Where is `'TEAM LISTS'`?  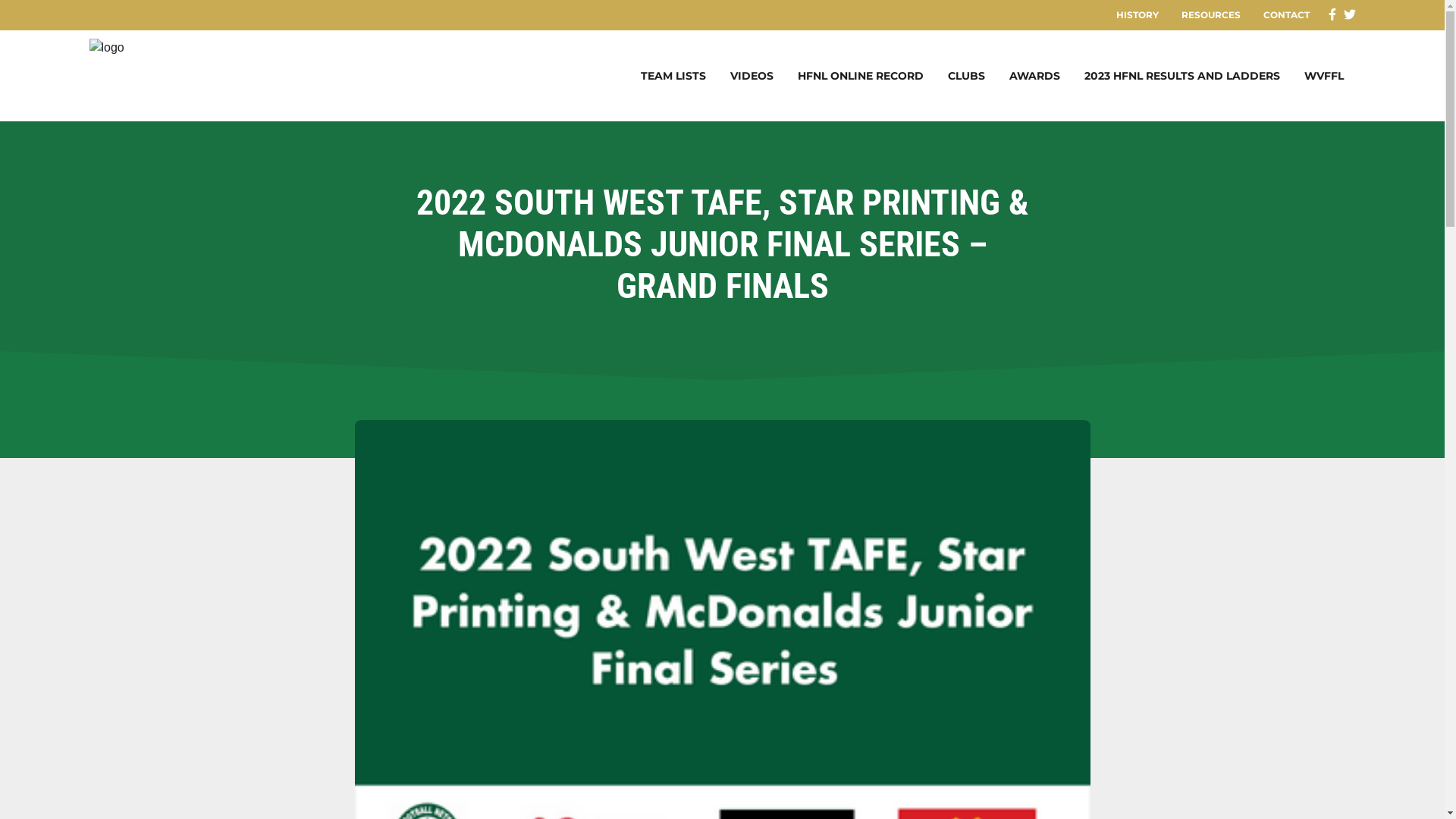 'TEAM LISTS' is located at coordinates (672, 76).